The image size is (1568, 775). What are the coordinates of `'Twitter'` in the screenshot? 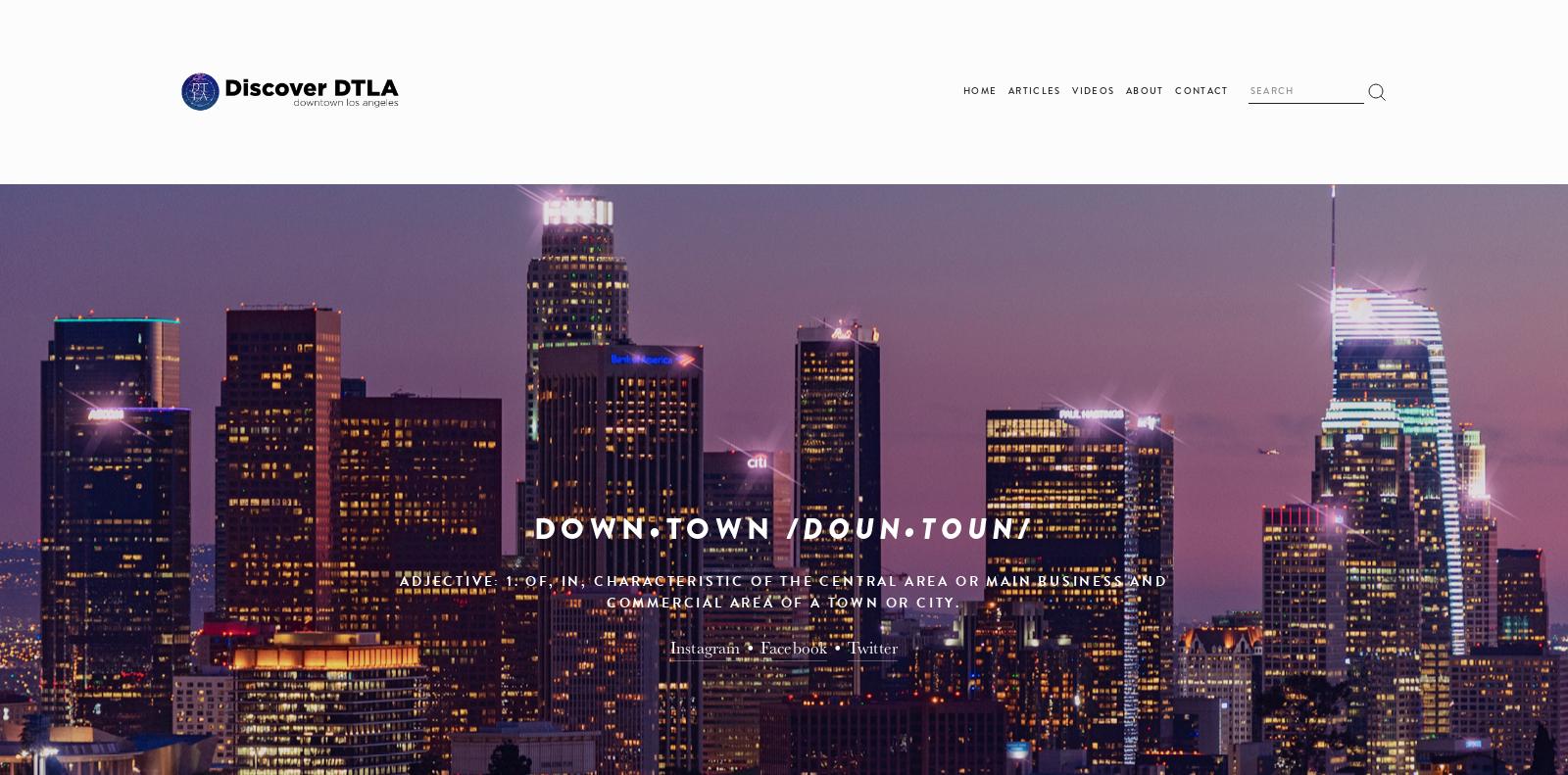 It's located at (871, 646).